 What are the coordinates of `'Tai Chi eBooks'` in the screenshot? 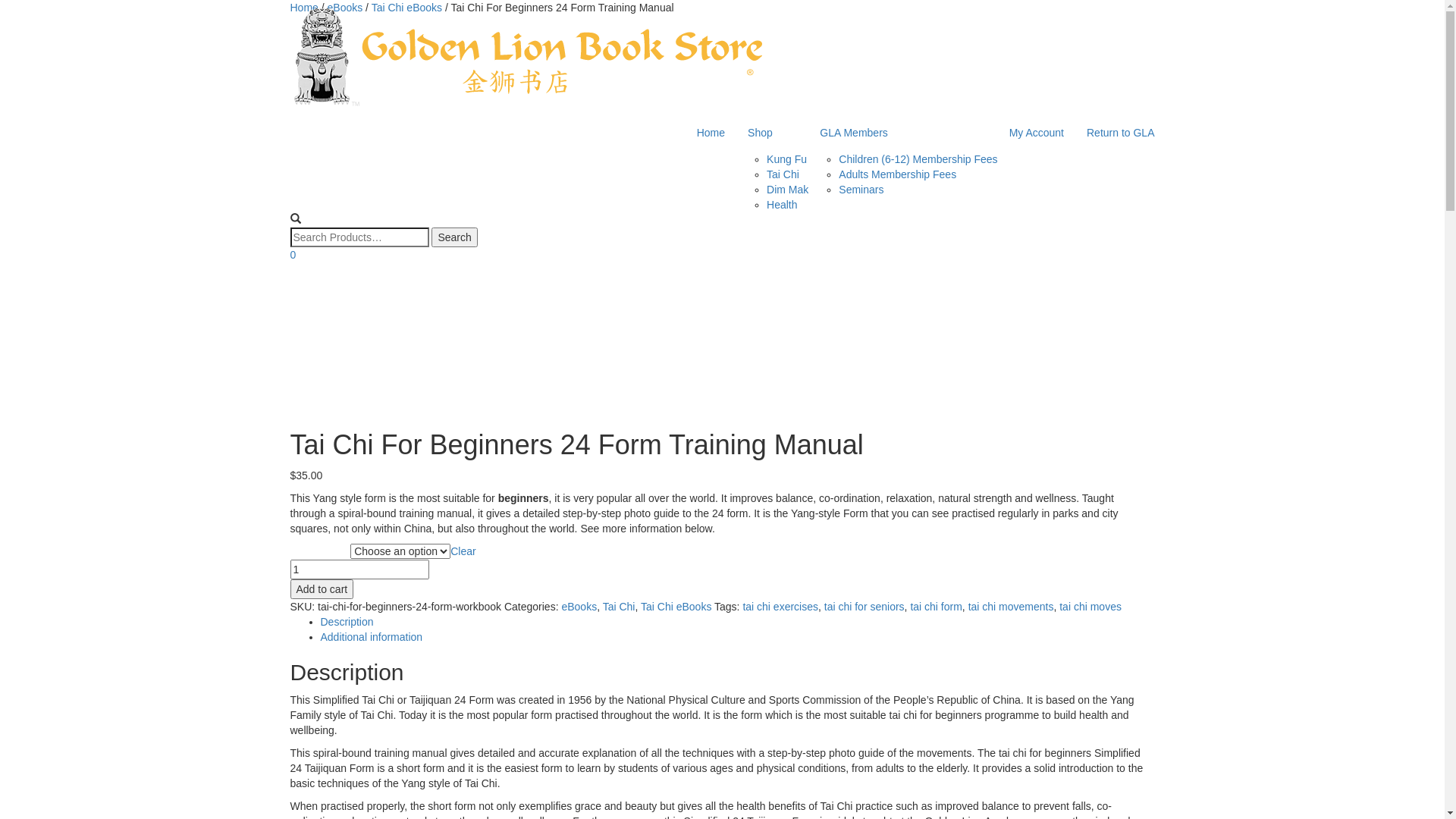 It's located at (675, 605).